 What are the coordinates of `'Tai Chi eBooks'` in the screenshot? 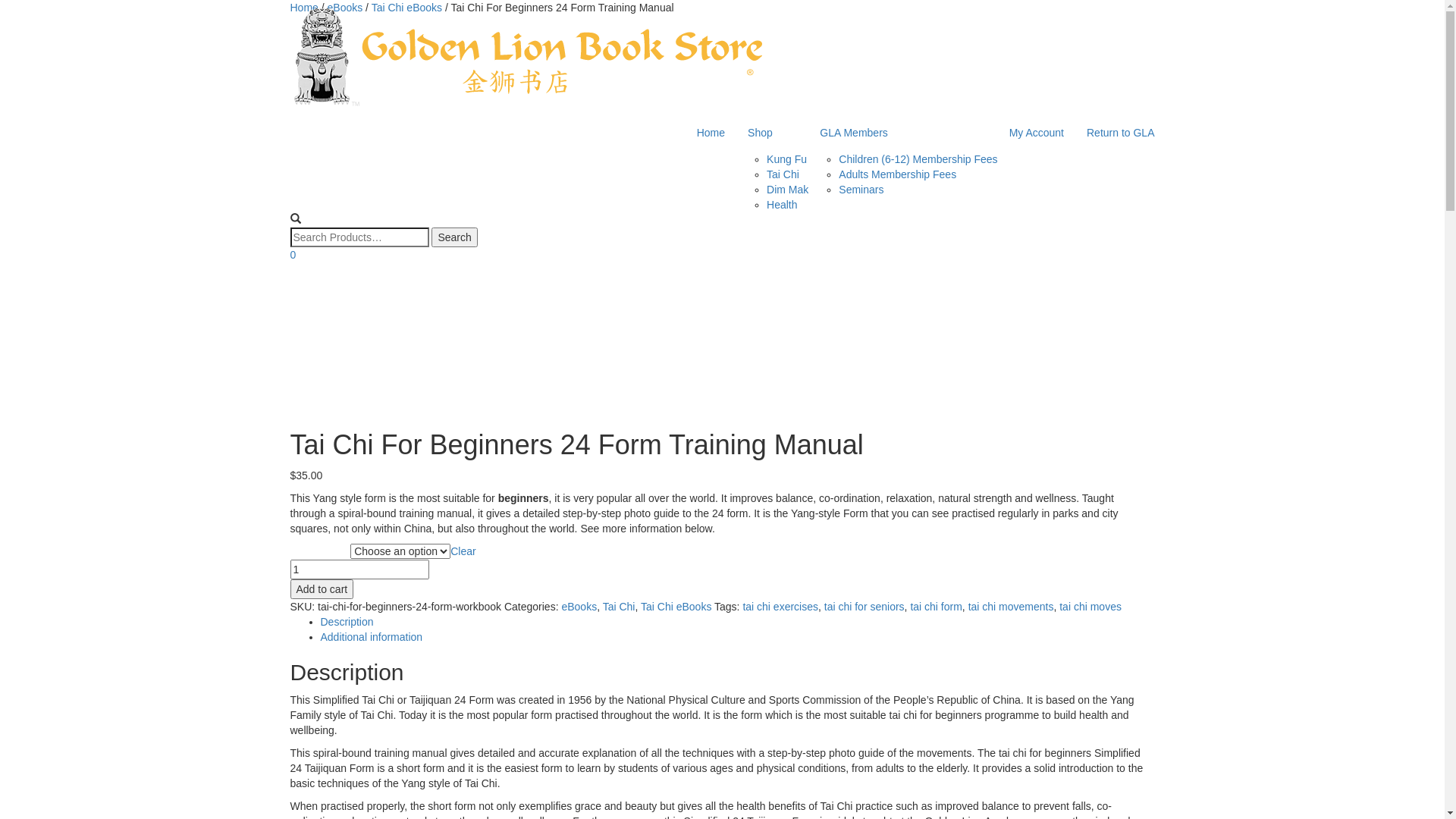 It's located at (675, 605).